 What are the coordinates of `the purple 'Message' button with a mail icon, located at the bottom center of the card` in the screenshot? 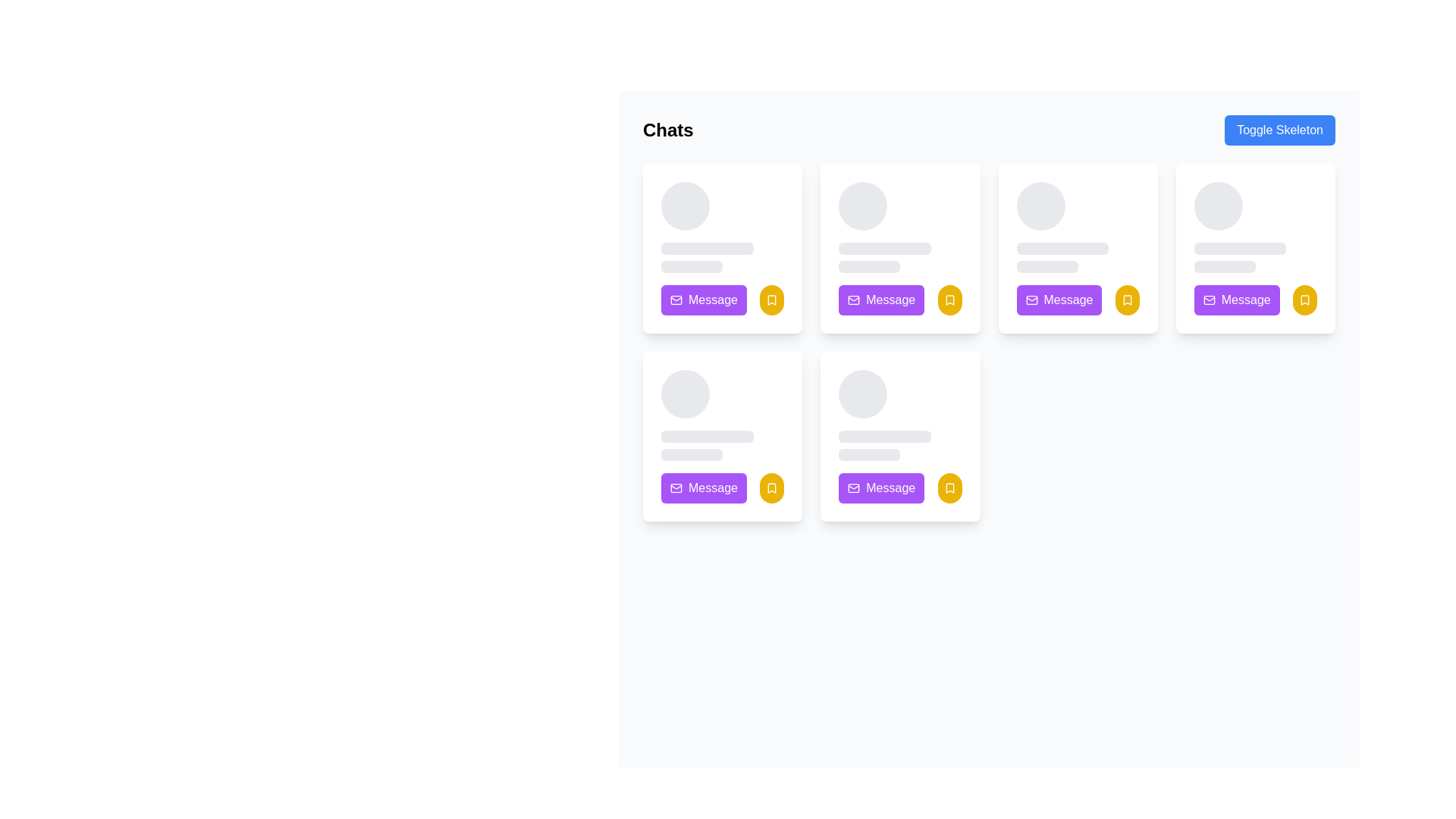 It's located at (1058, 300).